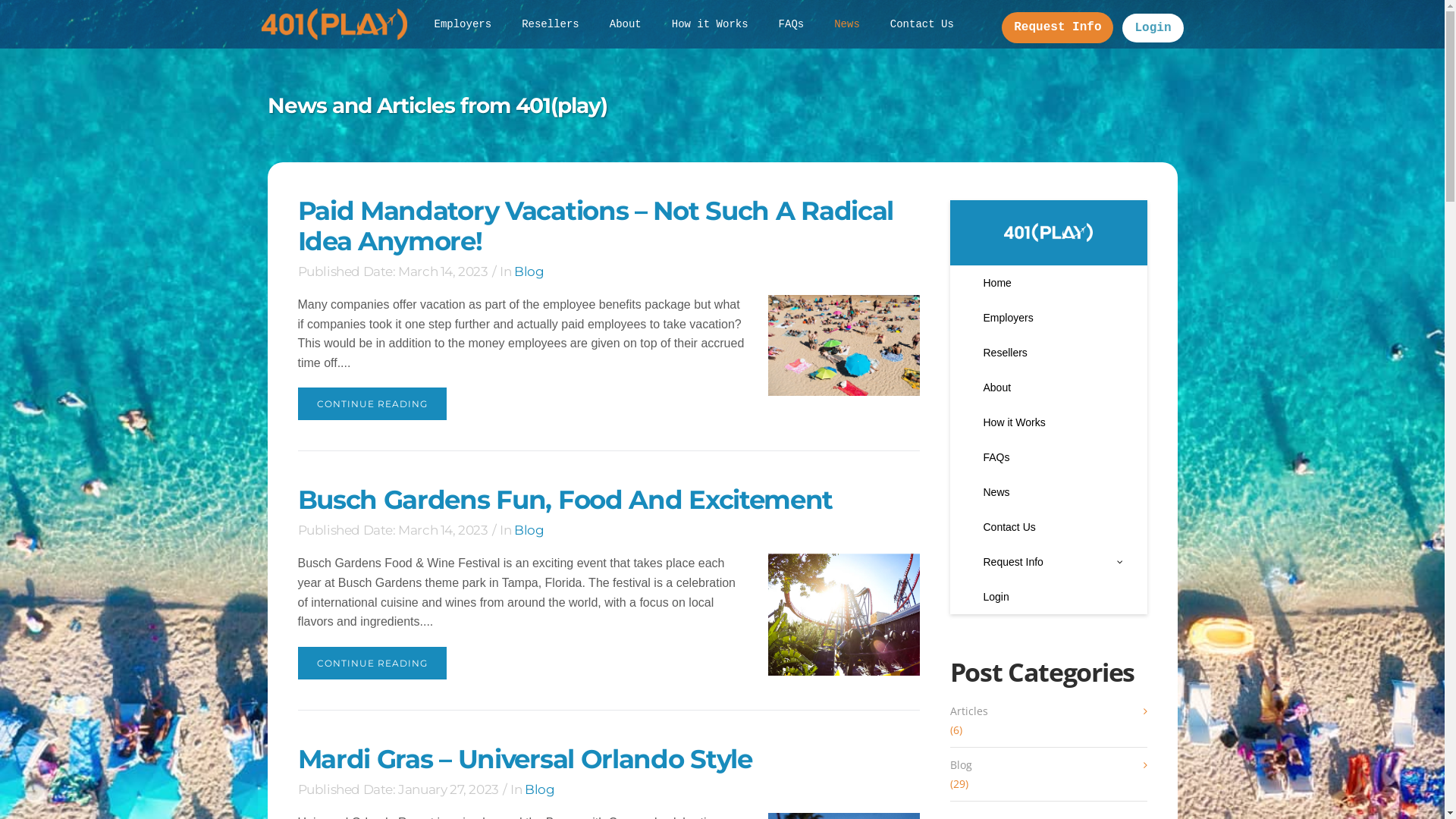 Image resolution: width=1456 pixels, height=819 pixels. I want to click on 'Articles', so click(1047, 710).